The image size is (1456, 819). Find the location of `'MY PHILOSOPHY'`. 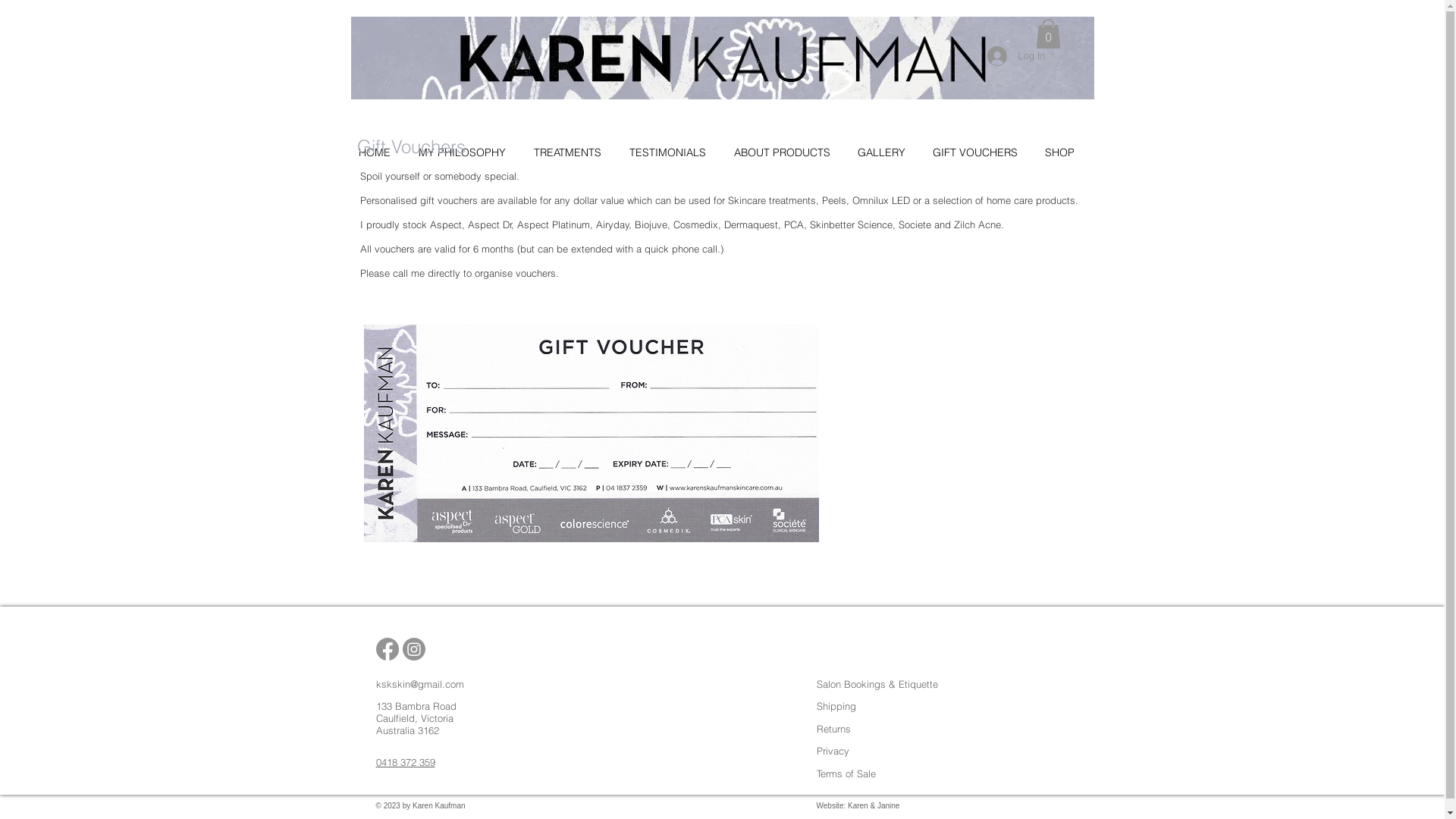

'MY PHILOSOPHY' is located at coordinates (411, 152).